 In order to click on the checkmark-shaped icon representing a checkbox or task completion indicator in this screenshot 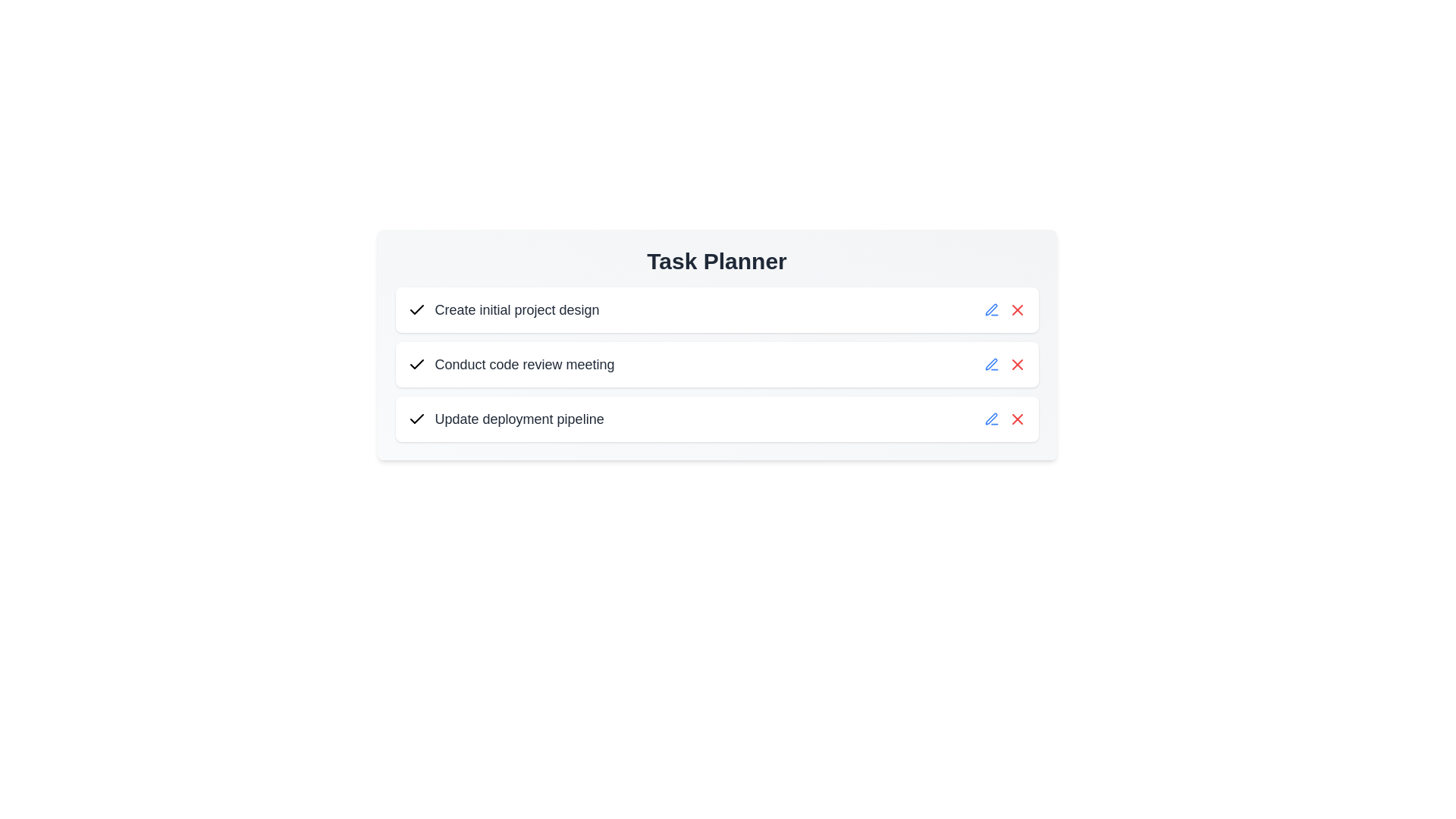, I will do `click(416, 365)`.